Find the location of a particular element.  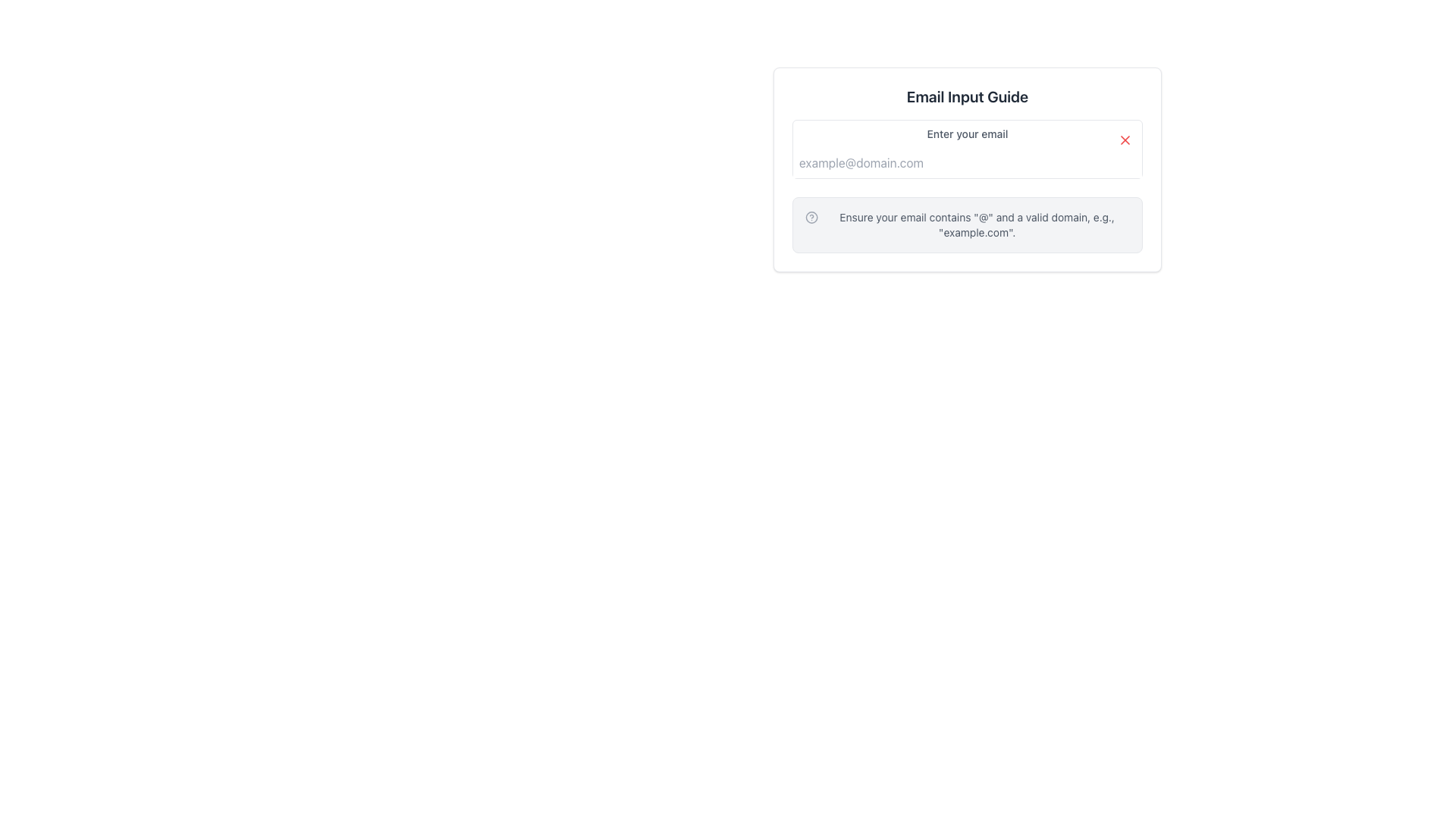

the circular help icon with a question mark design, located to the left of the email formatting guideline text block is located at coordinates (811, 217).